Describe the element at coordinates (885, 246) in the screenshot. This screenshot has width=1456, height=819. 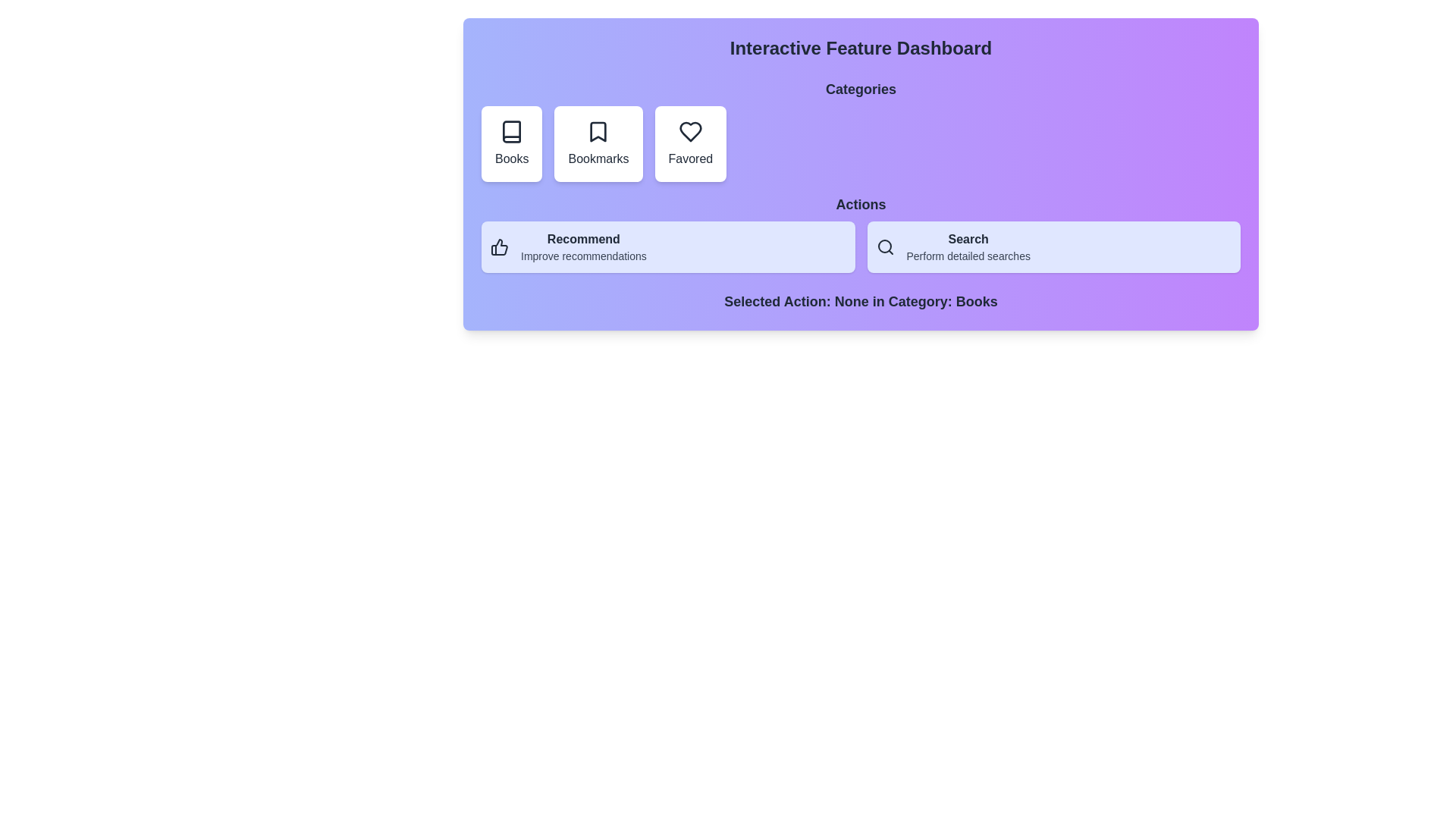
I see `the search button icon located on the second action button in the 'Actions' section, specifically inside the 'Search' button to the left of the text label` at that location.